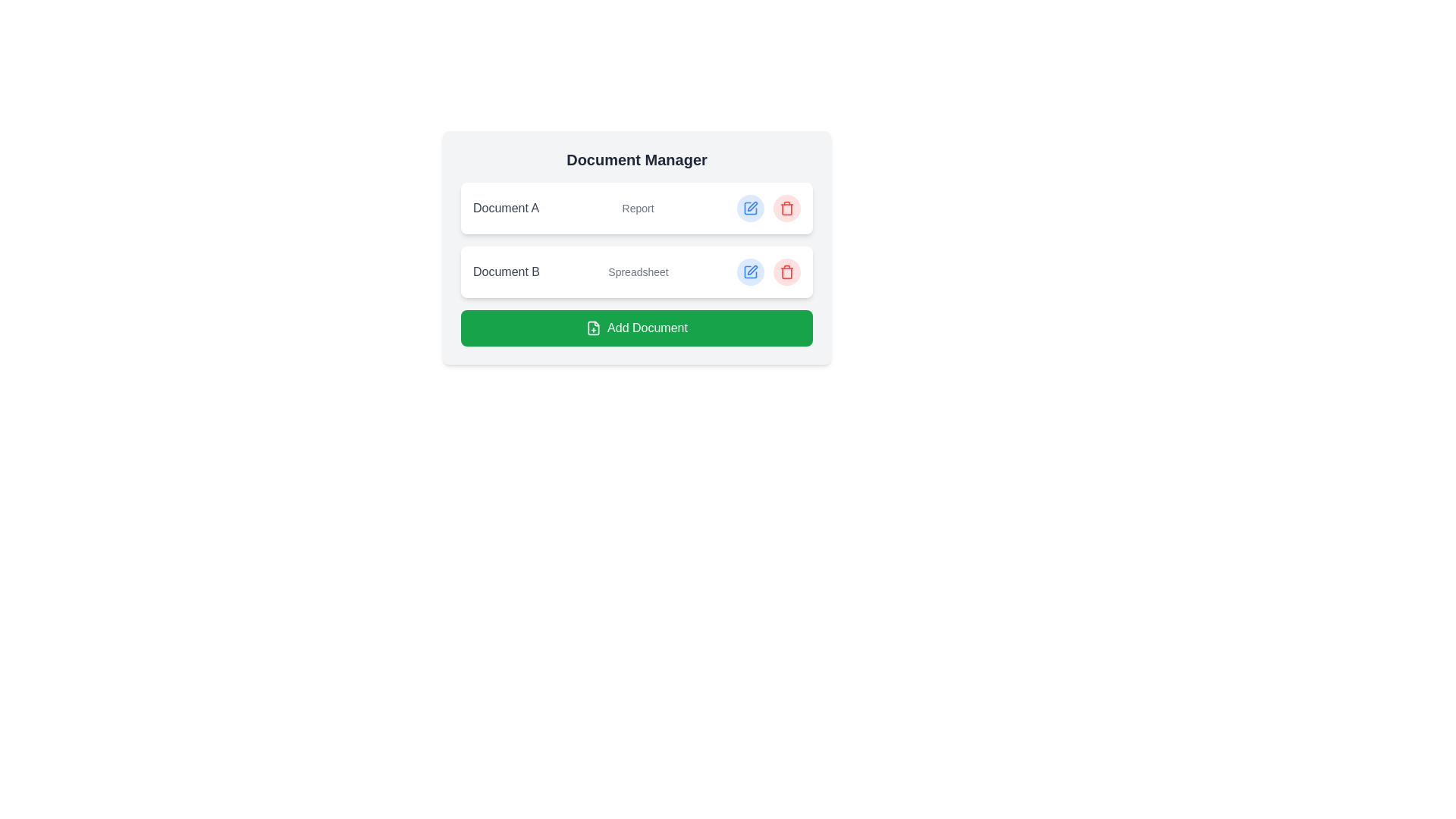 This screenshot has width=1456, height=819. Describe the element at coordinates (750, 208) in the screenshot. I see `the pen icon within the blue circular button` at that location.